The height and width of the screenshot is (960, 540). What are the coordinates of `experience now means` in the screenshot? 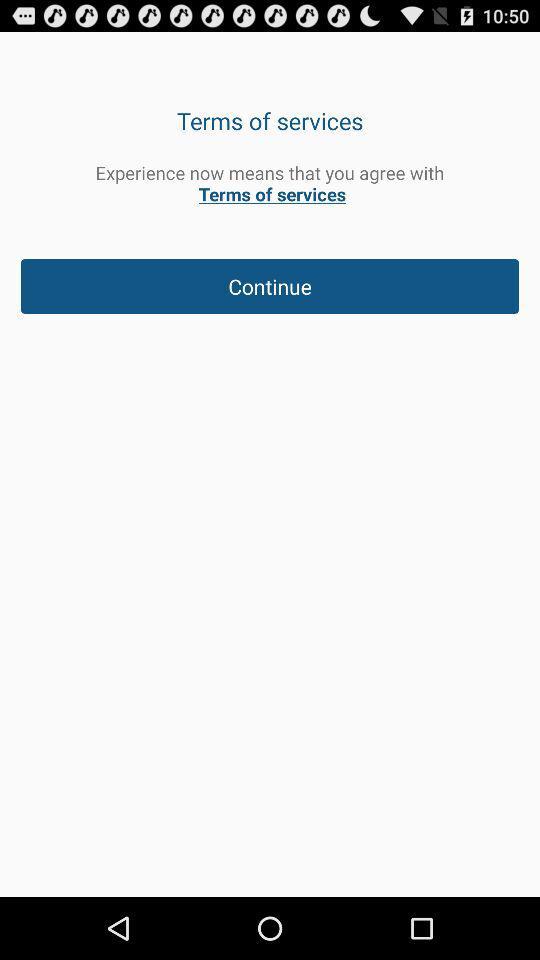 It's located at (270, 183).